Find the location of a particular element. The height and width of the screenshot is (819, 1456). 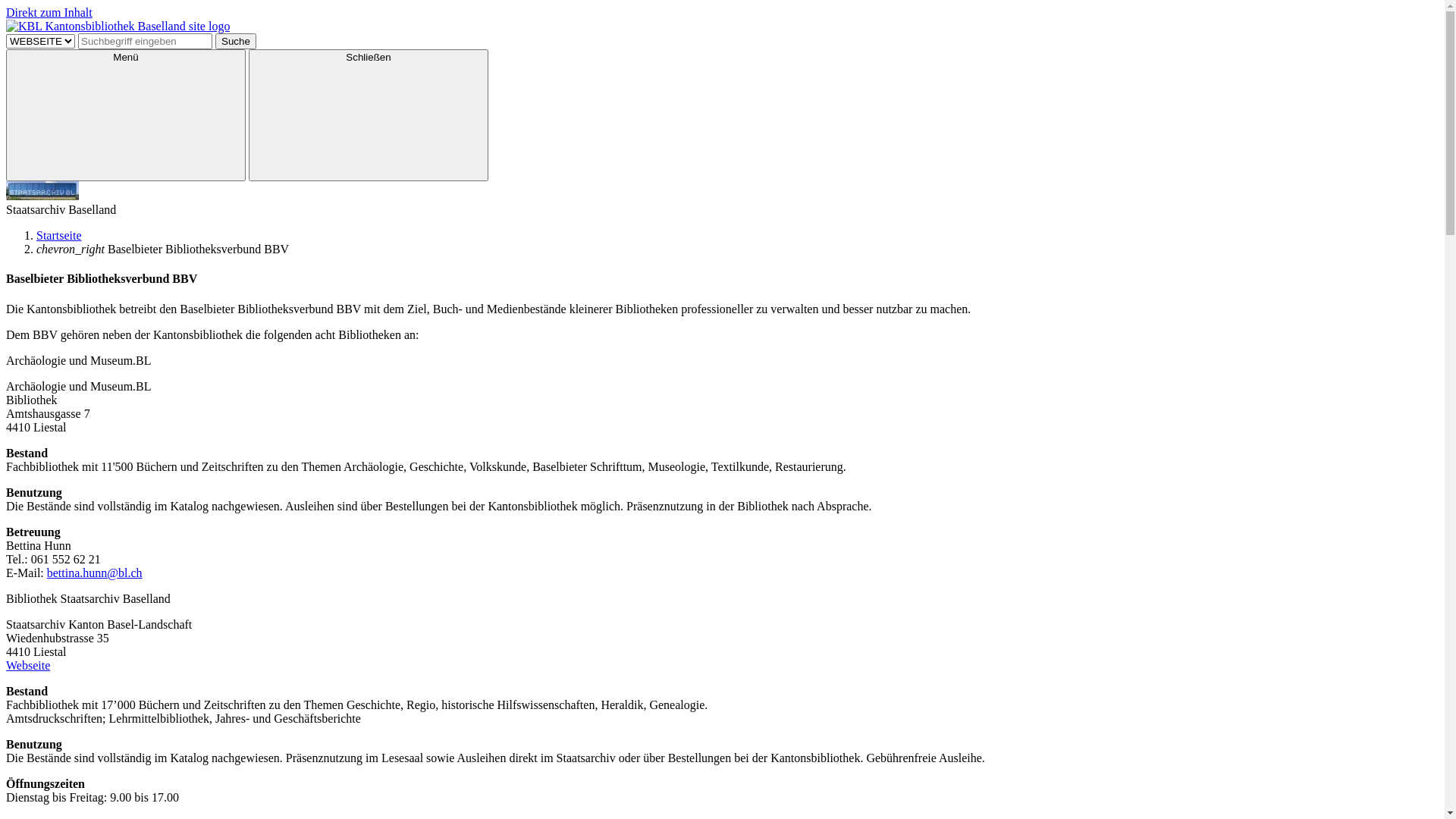

'Direkt zum Inhalt' is located at coordinates (49, 12).